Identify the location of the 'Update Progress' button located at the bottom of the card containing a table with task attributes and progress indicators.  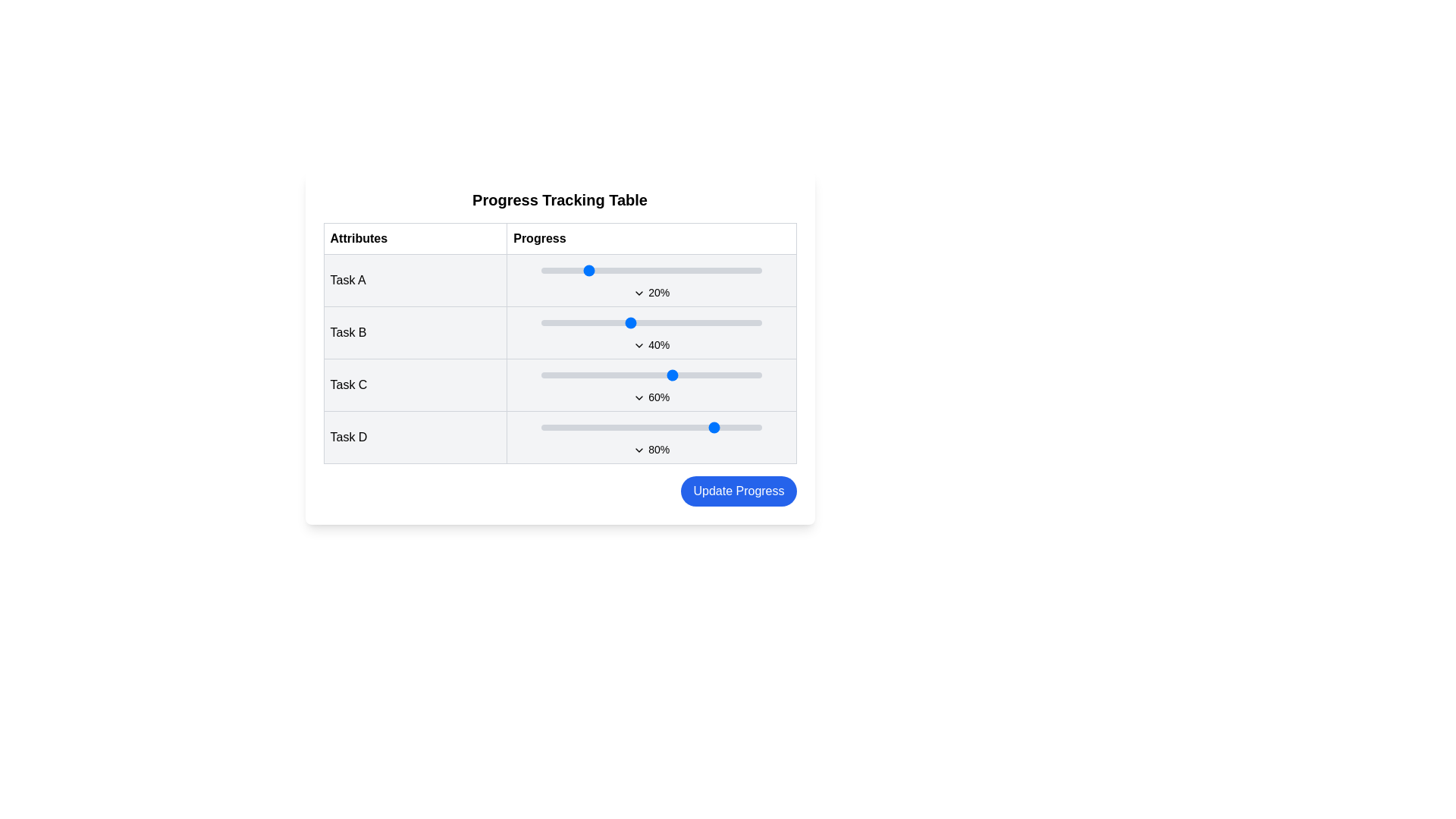
(559, 348).